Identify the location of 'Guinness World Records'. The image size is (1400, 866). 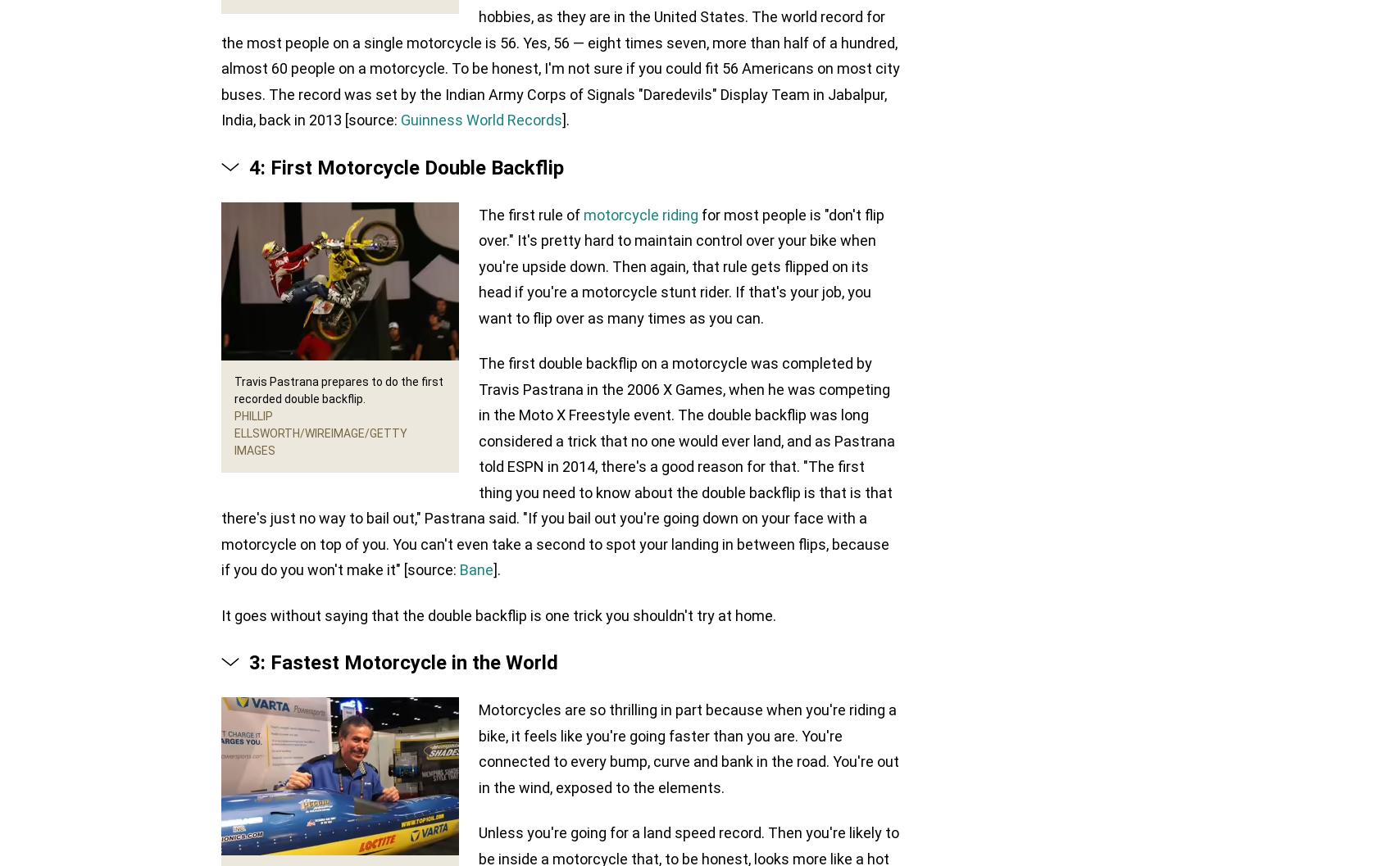
(481, 119).